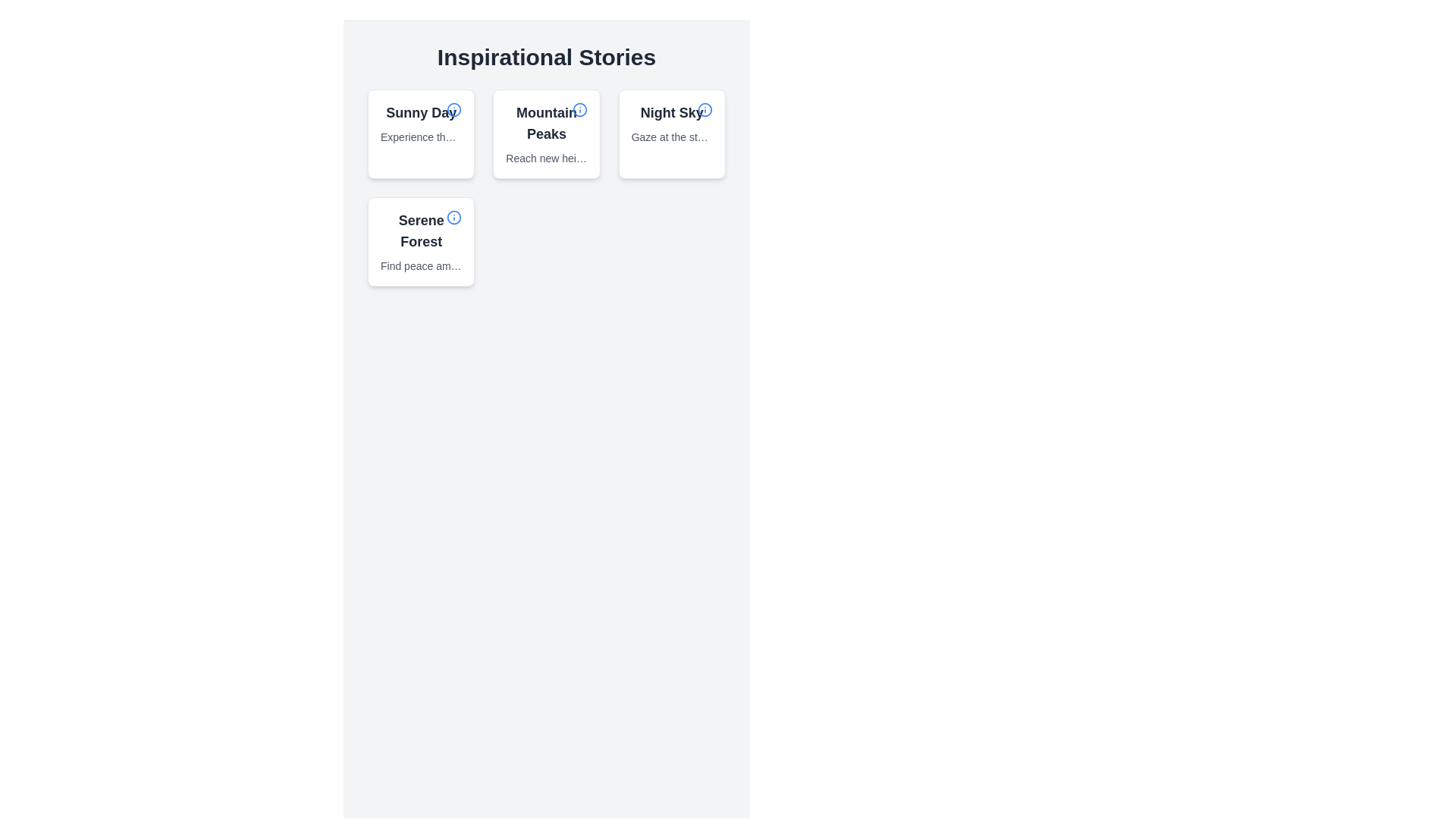  What do you see at coordinates (421, 137) in the screenshot?
I see `text segment styled in a small, gray font that reads 'Experience the tranquility of sunny beaches and calm waves.' located below the bold title 'Sunny Day' in the upper-left card of the 'Inspirational Stories' grid layout` at bounding box center [421, 137].